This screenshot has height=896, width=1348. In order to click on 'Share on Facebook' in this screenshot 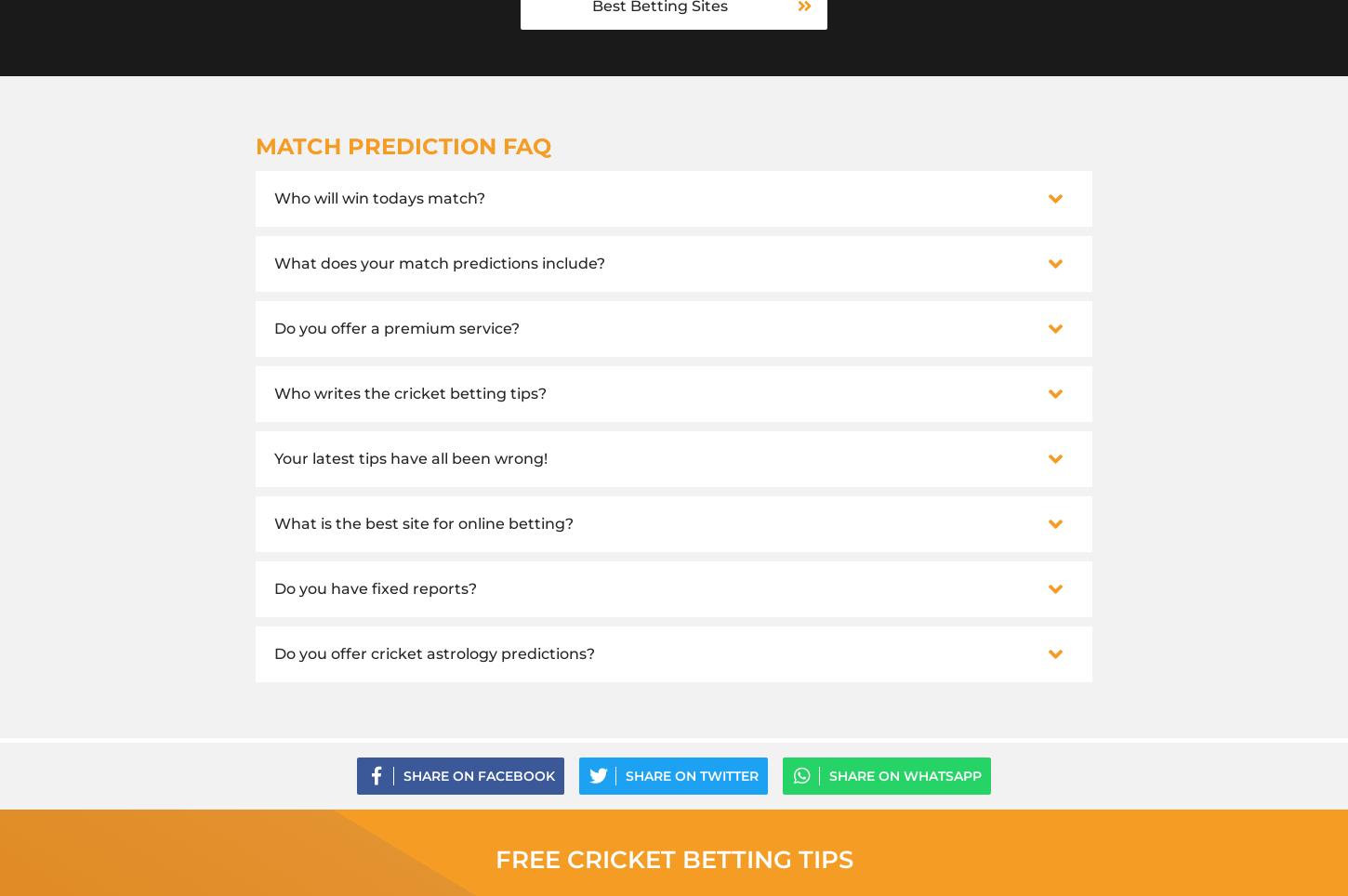, I will do `click(402, 773)`.